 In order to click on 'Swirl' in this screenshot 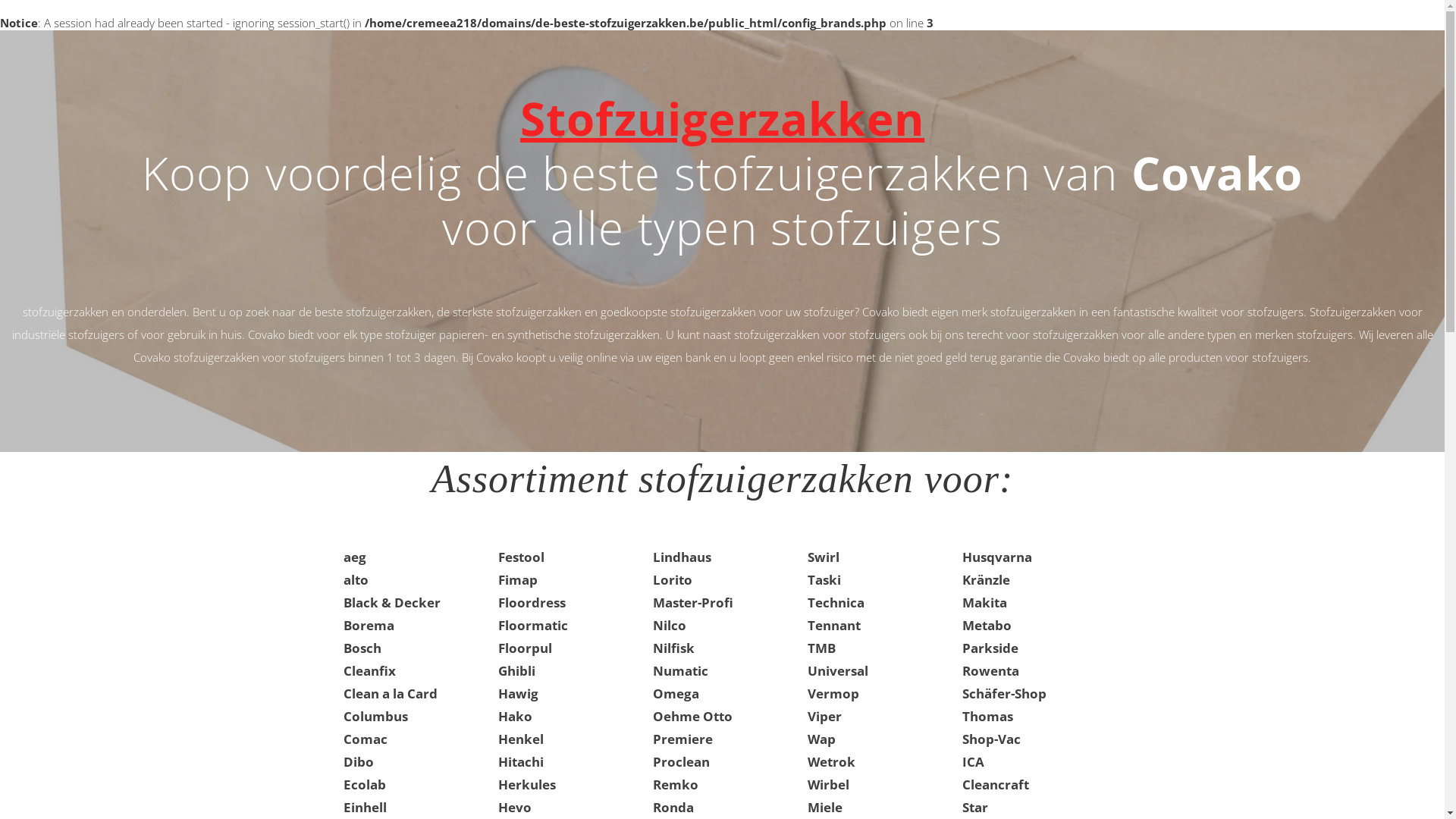, I will do `click(821, 557)`.